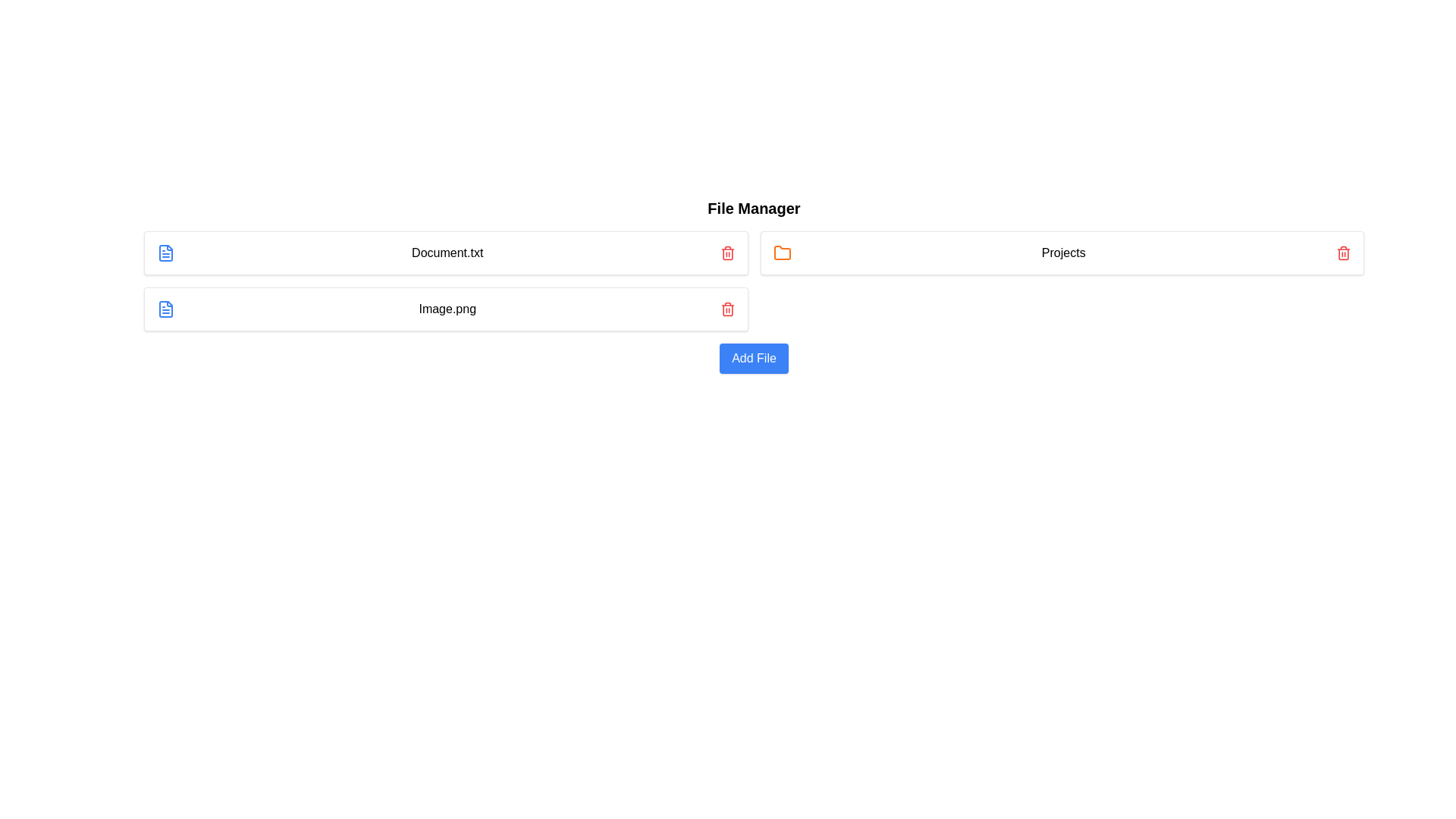 The image size is (1456, 819). I want to click on file name 'Document.txt' from the File Entry element, which is the first item in the left column of a grid layout, featuring a blue file icon on the left and a red trashcan icon on the right, so click(445, 253).